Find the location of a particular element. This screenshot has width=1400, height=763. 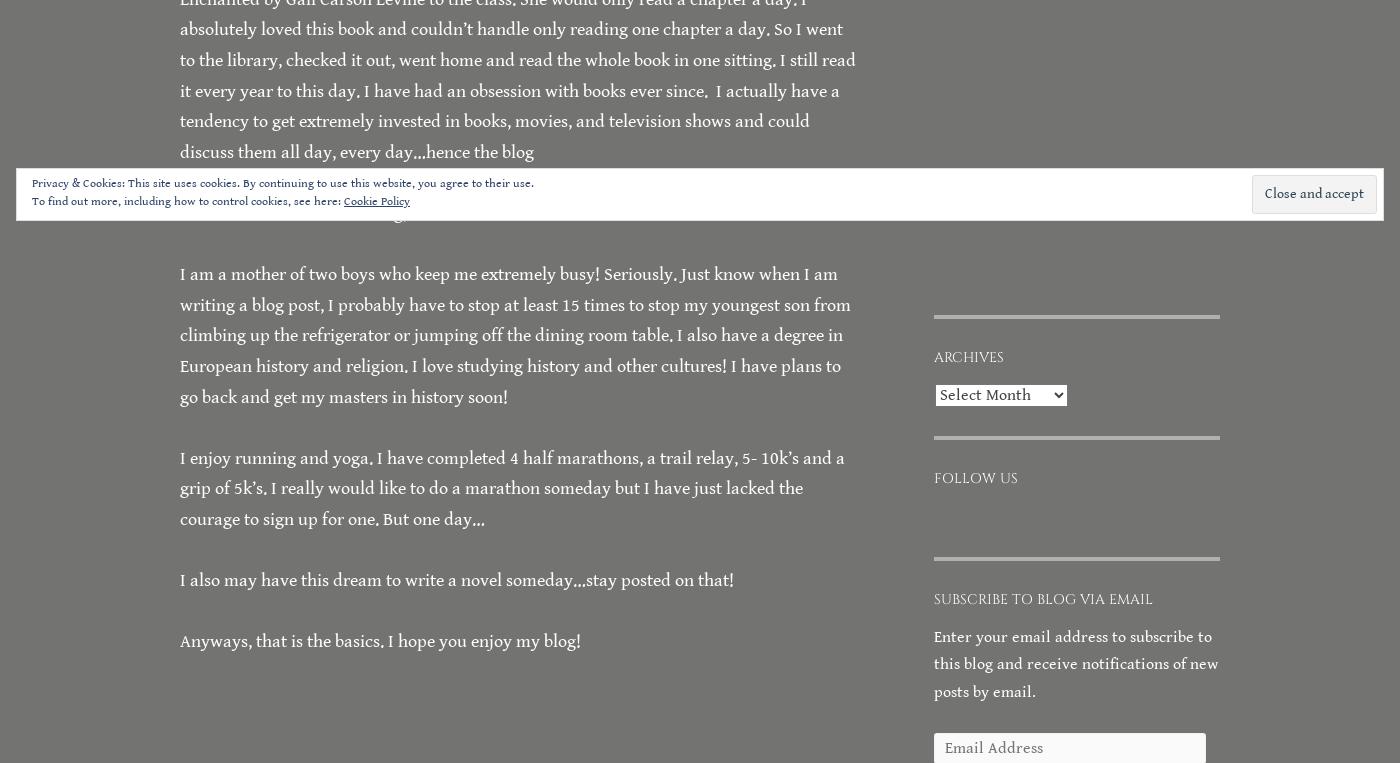

'I am a mother of two boys who keep me extremely busy! Seriously. Just know when I am writing a blog post, I probably have to stop at least 15 times to stop my youngest son from climbing up the refrigerator or jumping off the dining room table. I also have a degree in European history and religion. I love studying history and other cultures! I have plans to go back and get my masters in history soon!' is located at coordinates (515, 334).